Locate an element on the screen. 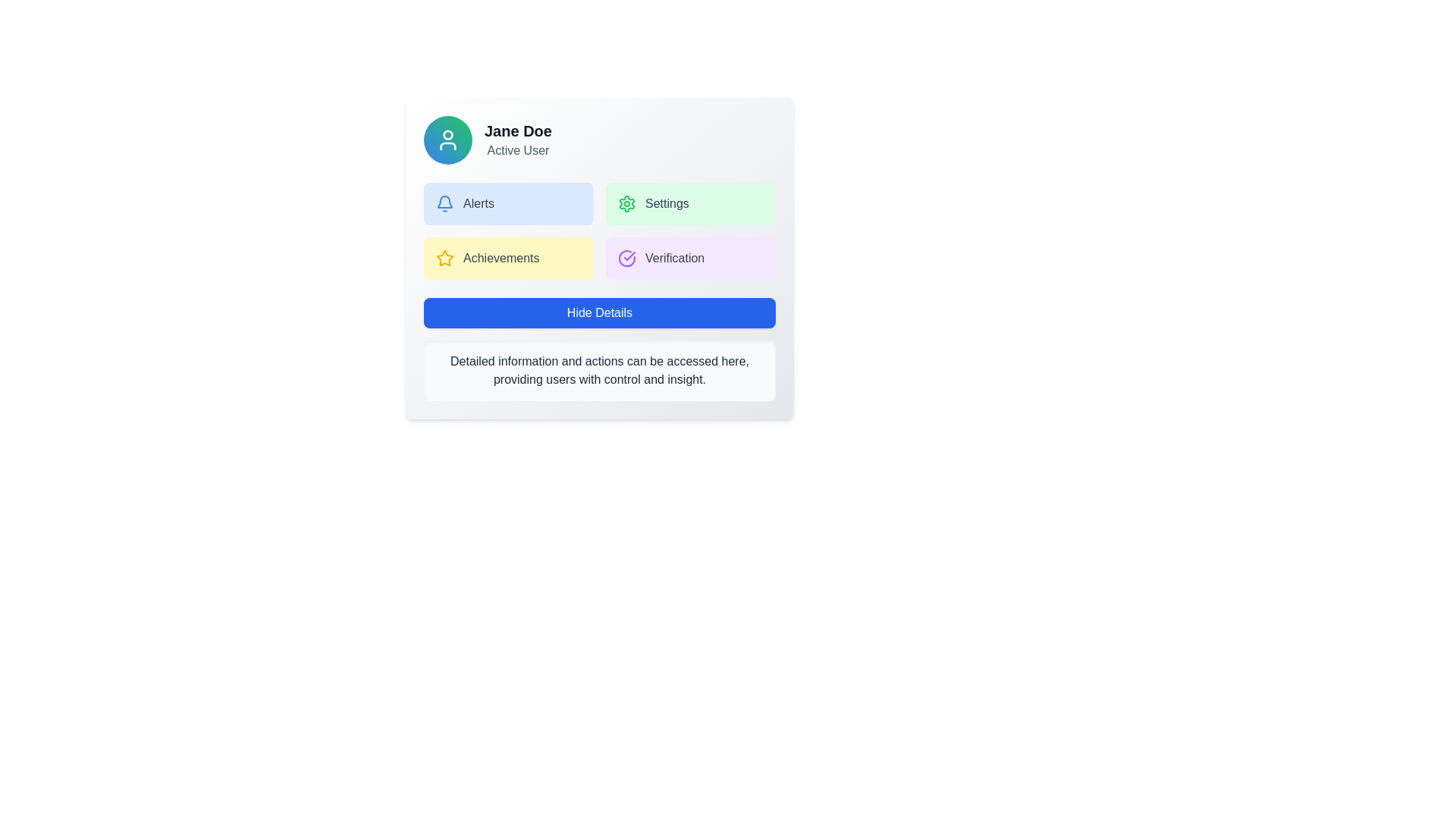  the label indicating active user status, which is positioned immediately below the text 'Jane Doe' in the user profile card layout is located at coordinates (518, 151).